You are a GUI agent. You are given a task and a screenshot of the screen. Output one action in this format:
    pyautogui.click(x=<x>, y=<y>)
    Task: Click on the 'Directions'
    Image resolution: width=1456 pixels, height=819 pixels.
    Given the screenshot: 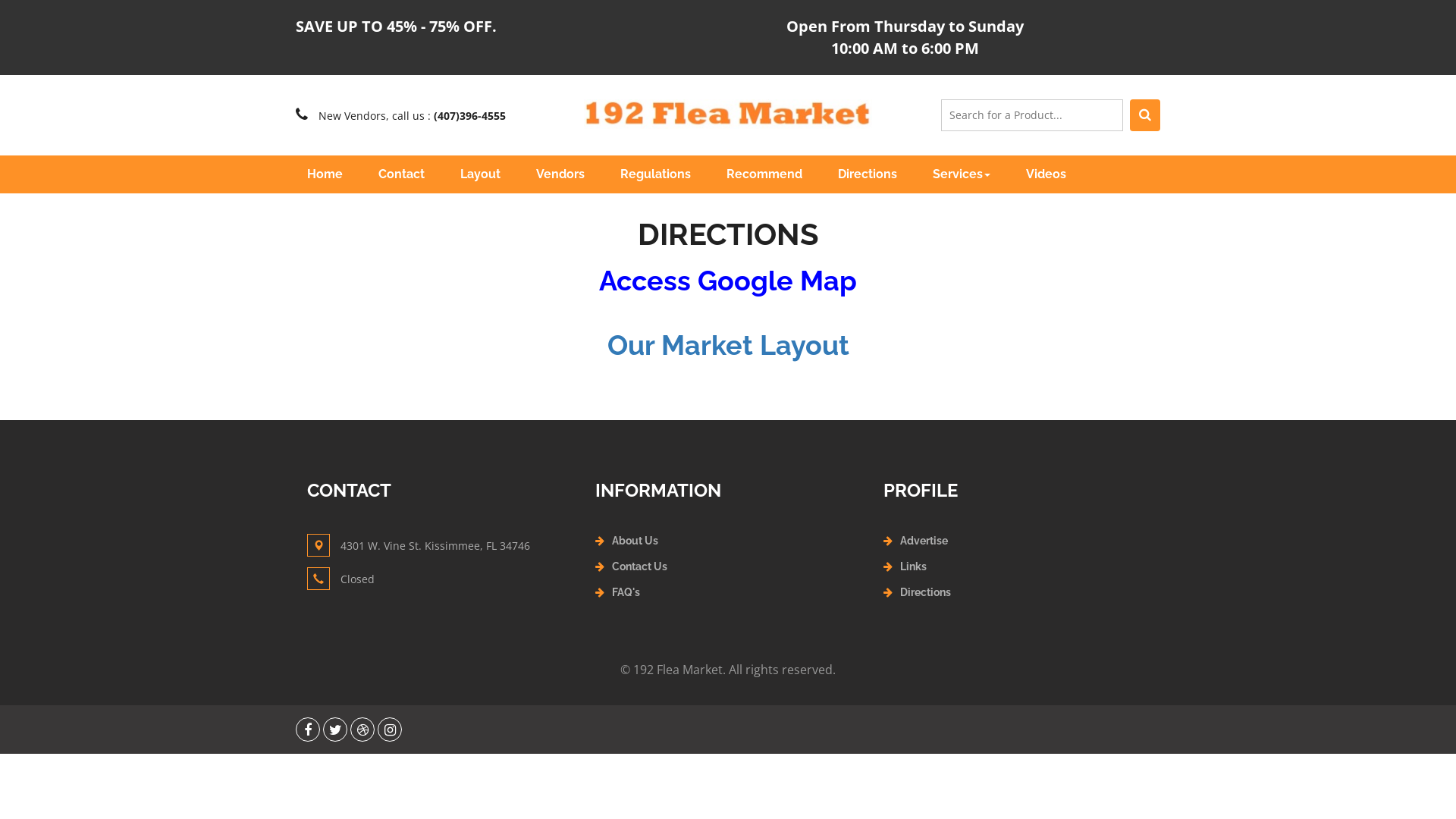 What is the action you would take?
    pyautogui.click(x=825, y=174)
    